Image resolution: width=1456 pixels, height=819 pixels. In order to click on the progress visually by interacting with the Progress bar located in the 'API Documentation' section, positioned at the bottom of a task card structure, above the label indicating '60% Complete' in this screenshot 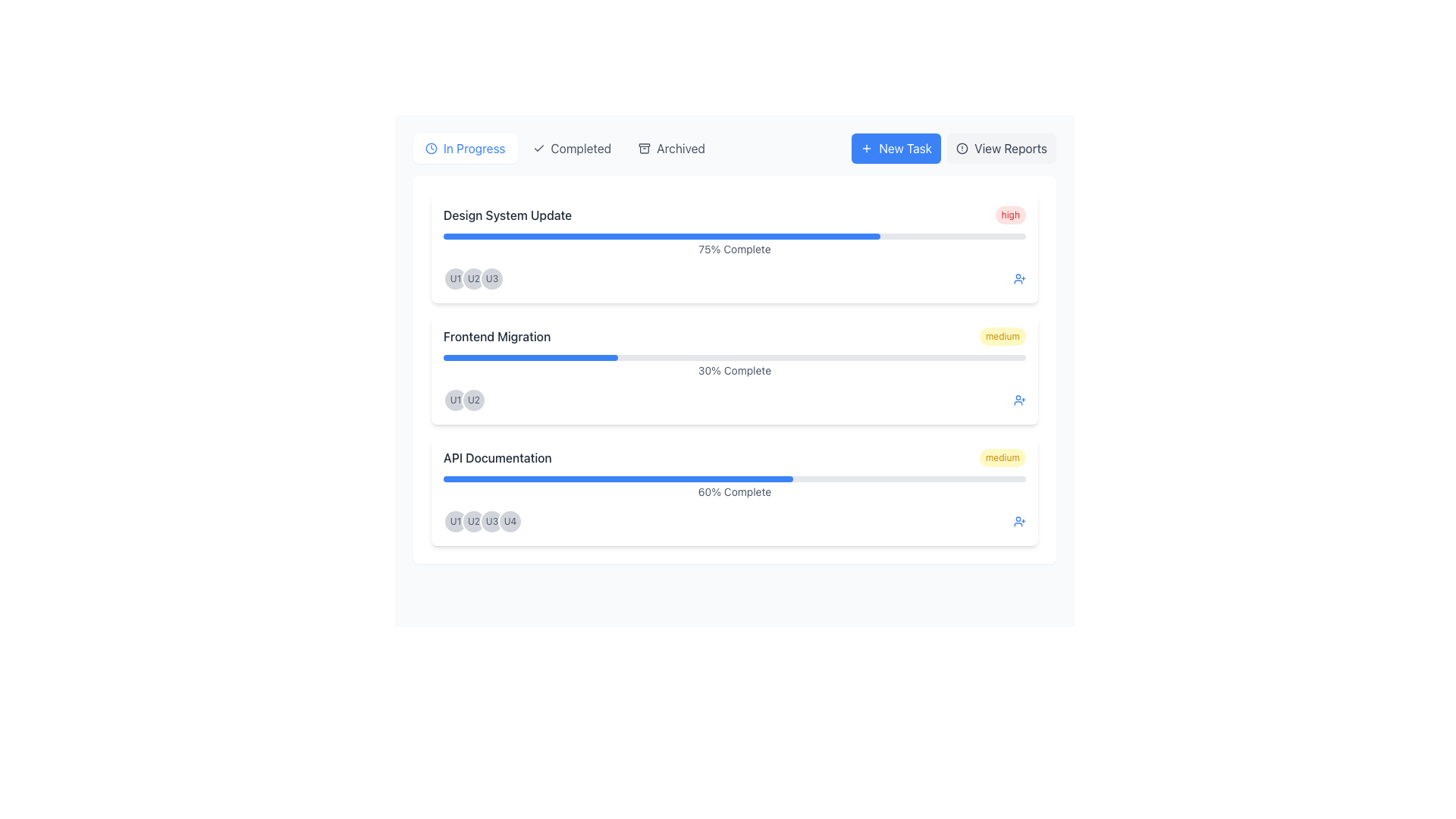, I will do `click(735, 479)`.